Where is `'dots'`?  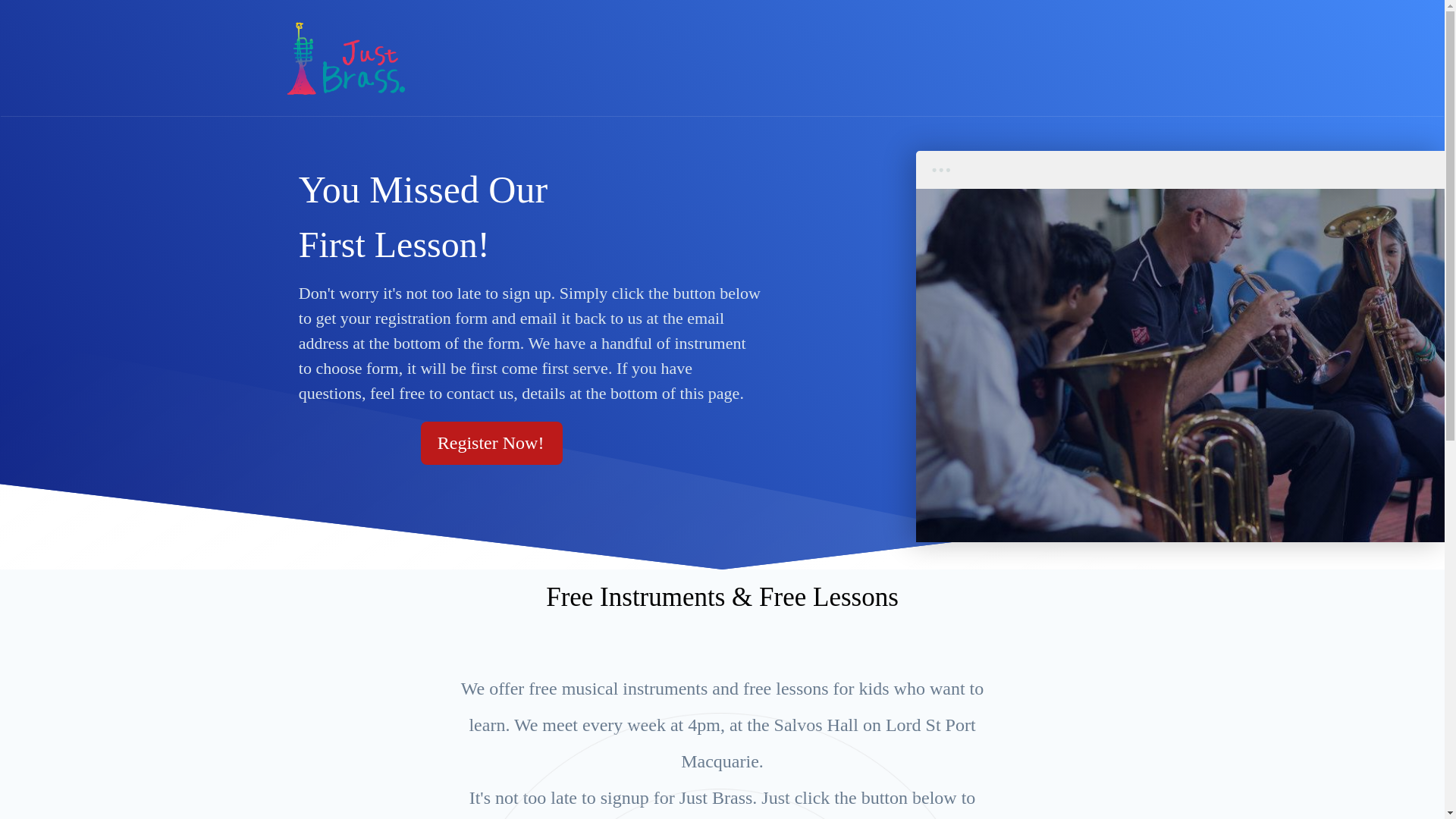
'dots' is located at coordinates (940, 169).